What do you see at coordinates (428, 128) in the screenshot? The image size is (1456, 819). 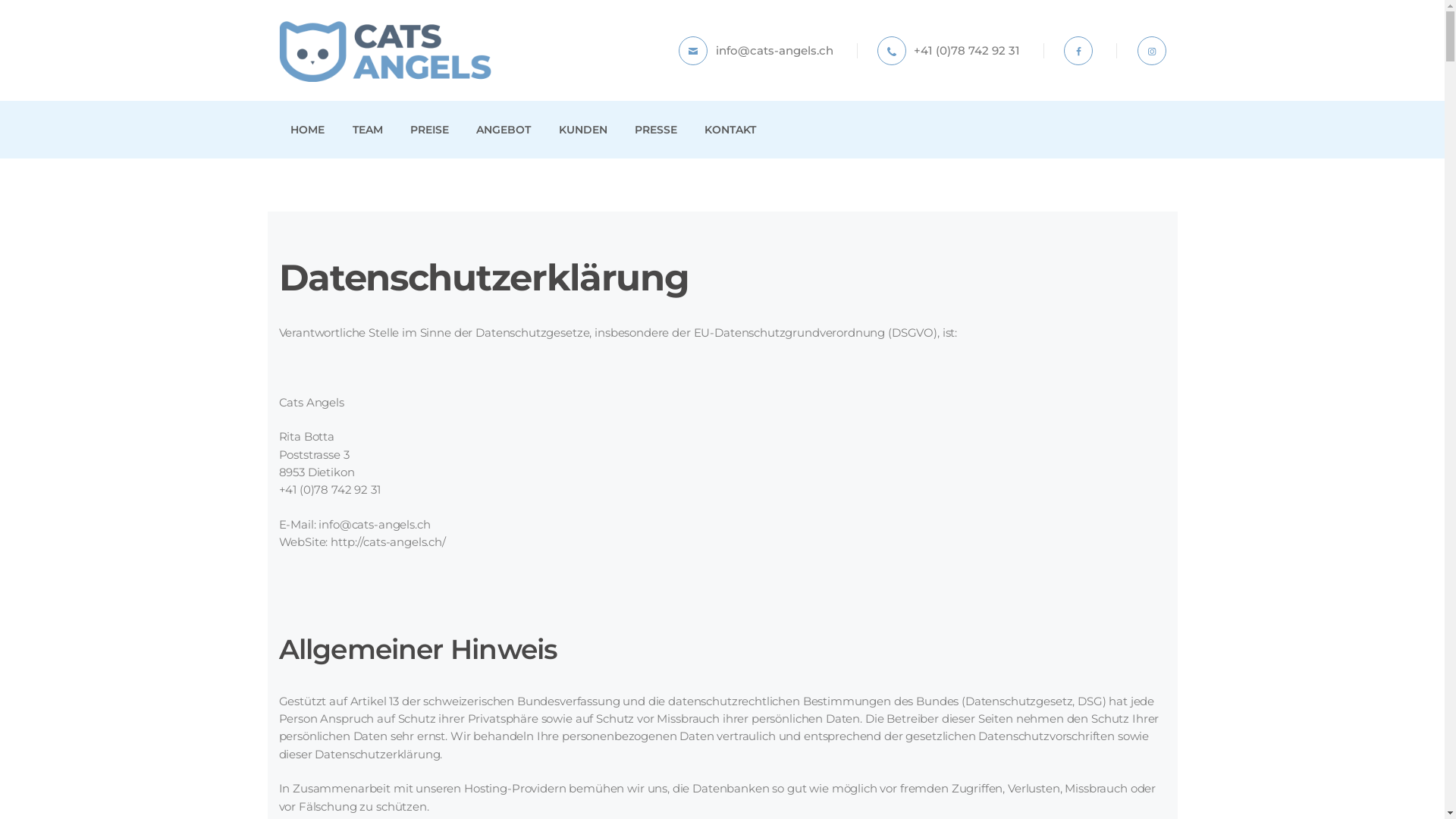 I see `'PREISE'` at bounding box center [428, 128].